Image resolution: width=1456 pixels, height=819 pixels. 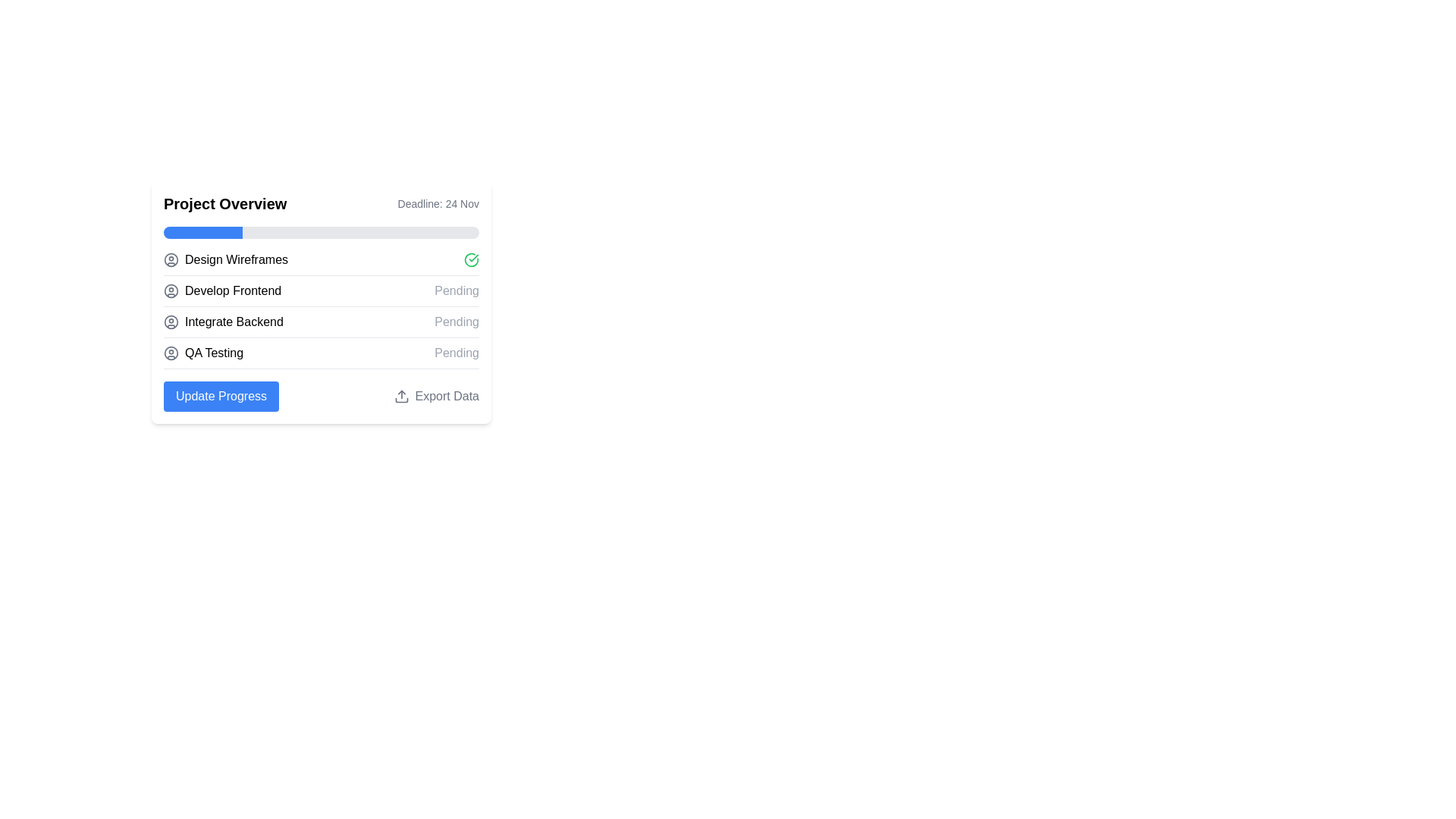 I want to click on the grey circular icon resembling a user avatar located to the left of the second row of list items under the 'Project Overview' section, so click(x=171, y=259).